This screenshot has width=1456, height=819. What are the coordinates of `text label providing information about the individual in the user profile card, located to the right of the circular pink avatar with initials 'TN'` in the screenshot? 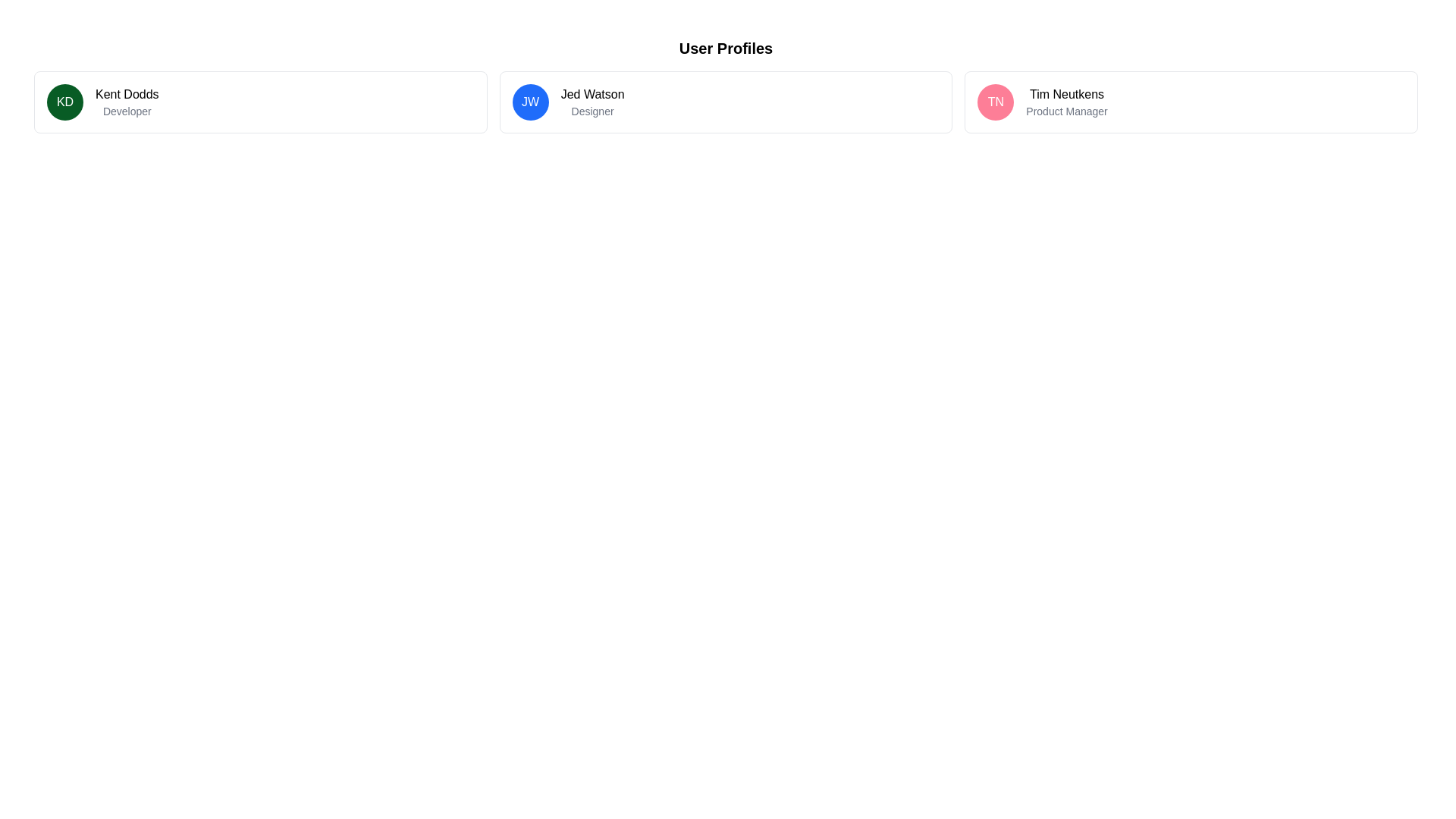 It's located at (1065, 102).